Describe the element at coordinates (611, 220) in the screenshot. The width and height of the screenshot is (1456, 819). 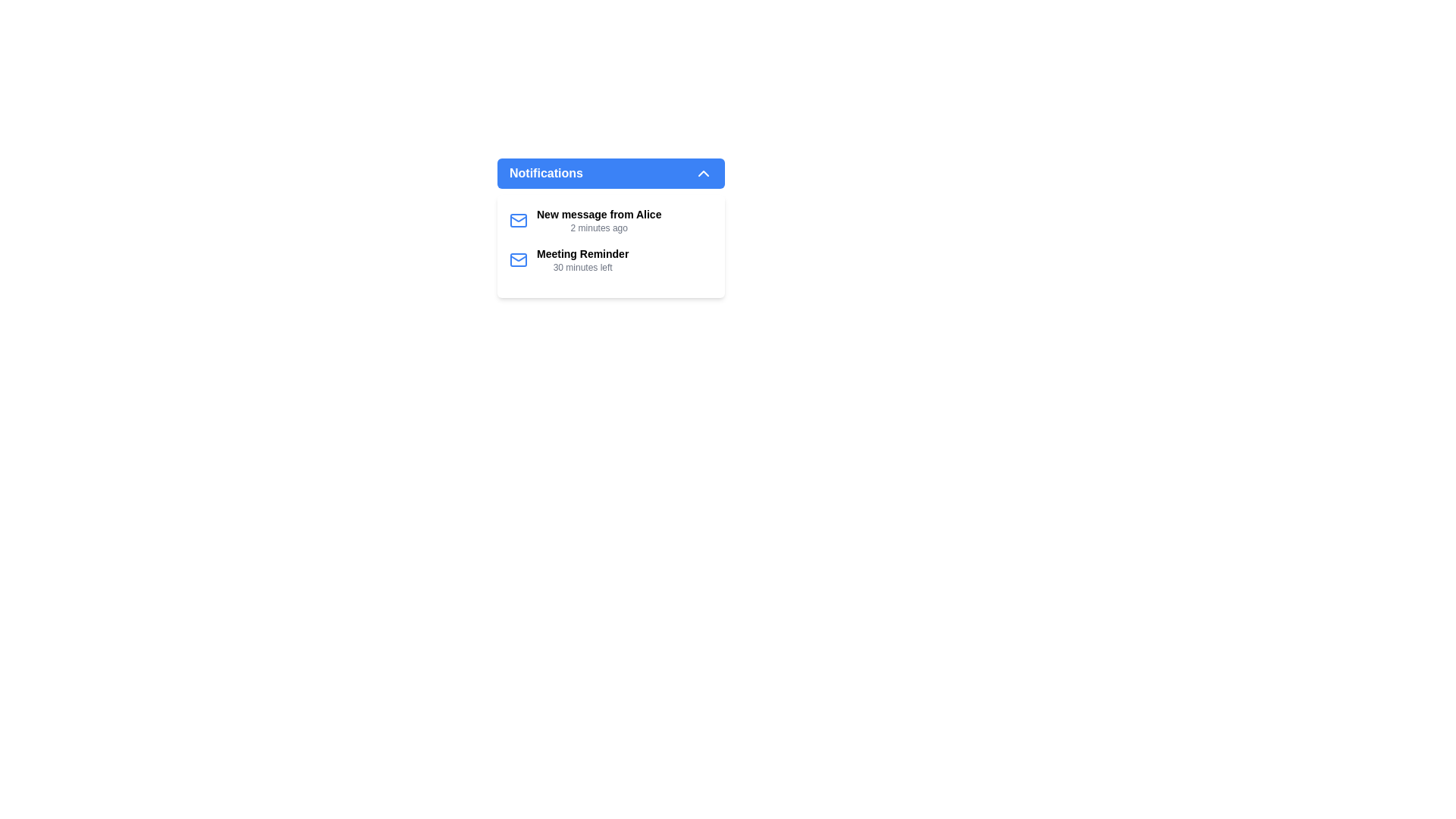
I see `the first notification card in the notification panel` at that location.